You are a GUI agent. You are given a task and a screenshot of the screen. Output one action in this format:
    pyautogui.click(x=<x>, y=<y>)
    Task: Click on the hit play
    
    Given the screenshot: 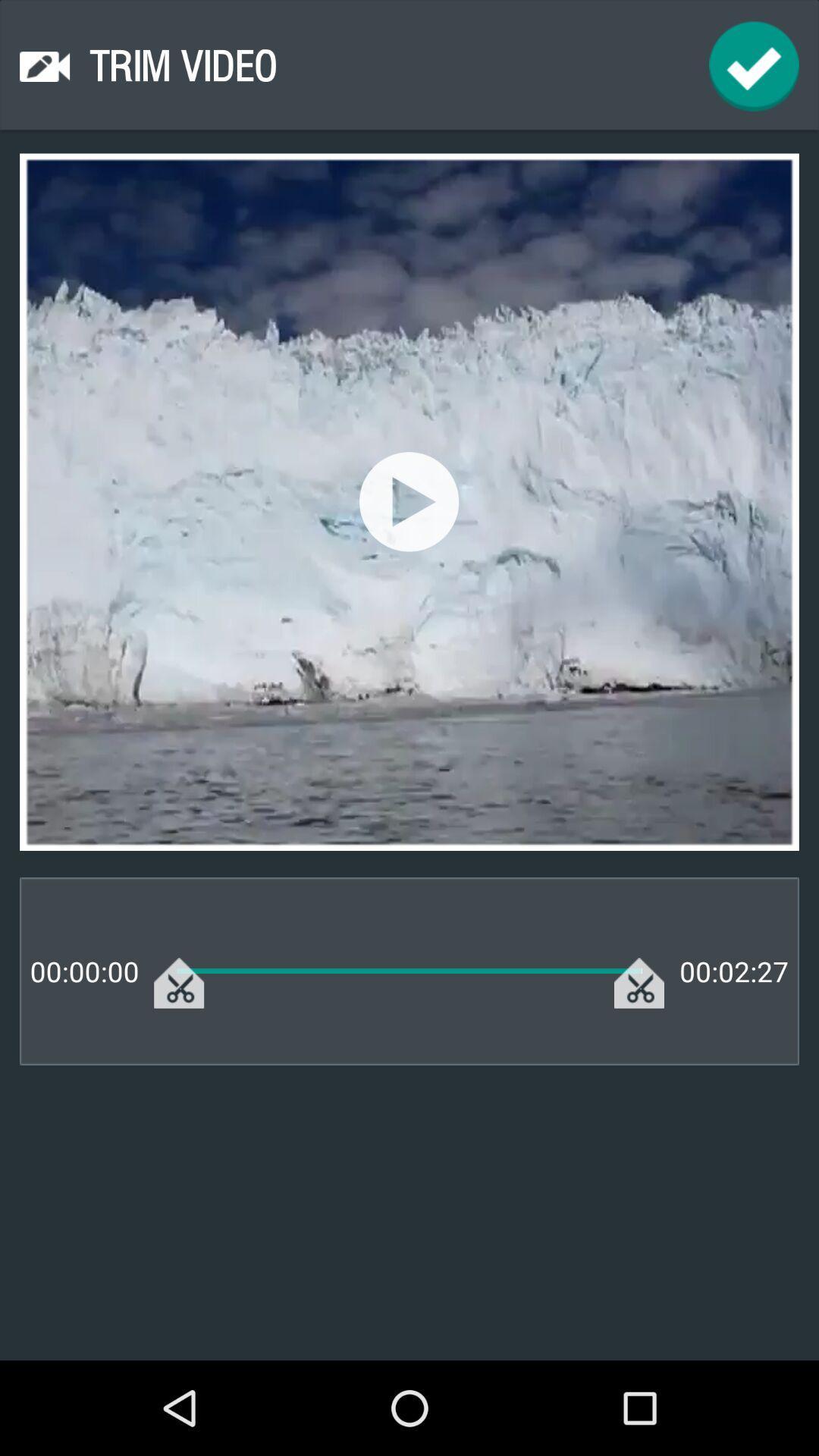 What is the action you would take?
    pyautogui.click(x=408, y=501)
    